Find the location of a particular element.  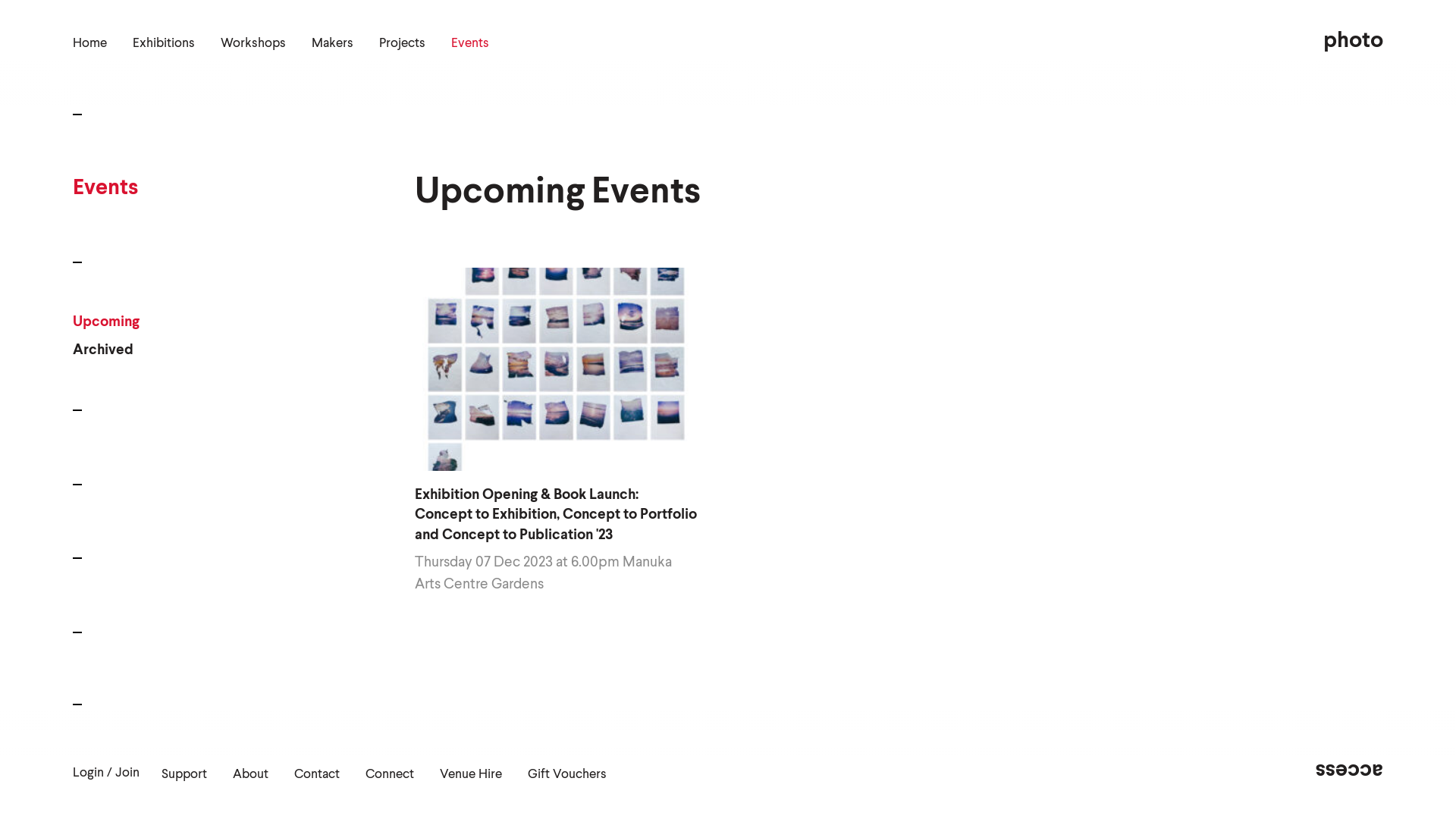

'Contact' is located at coordinates (315, 774).